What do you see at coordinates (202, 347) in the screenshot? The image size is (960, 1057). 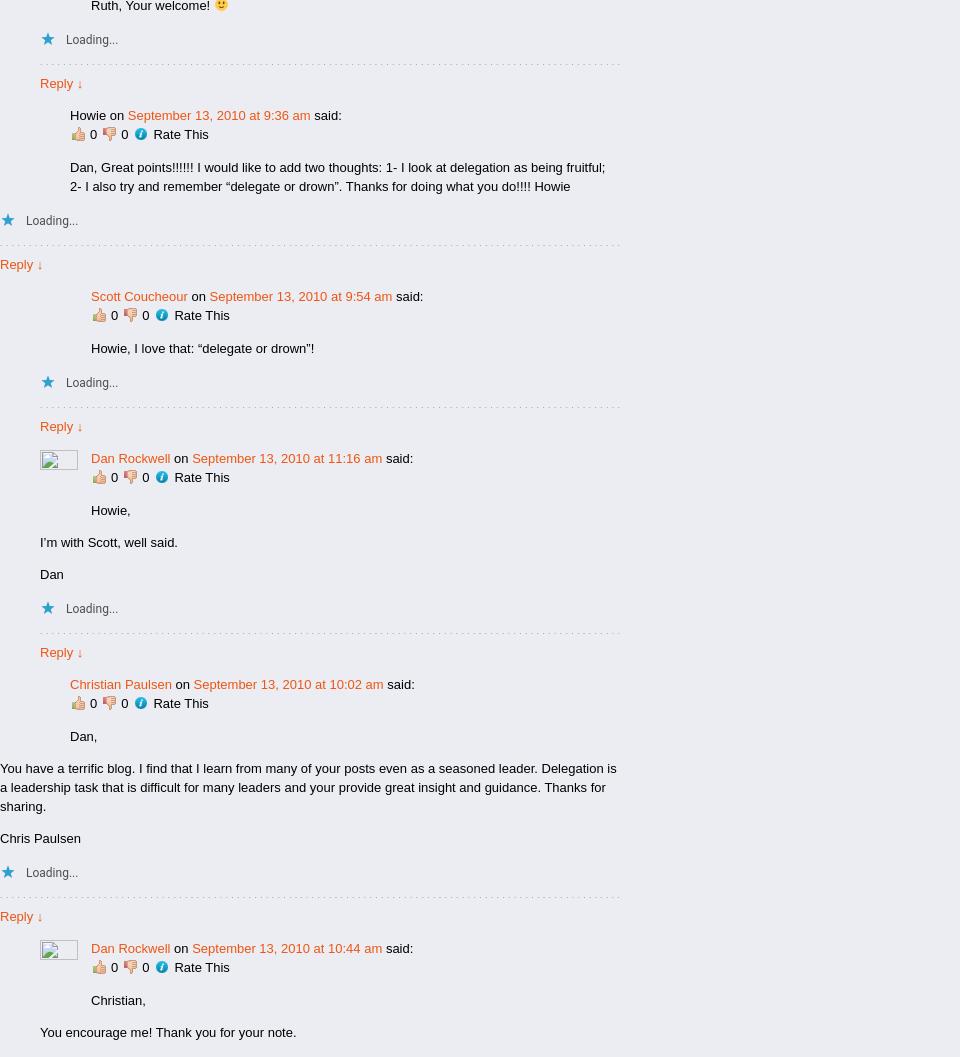 I see `'Howie, I love that: “delegate or drown”!'` at bounding box center [202, 347].